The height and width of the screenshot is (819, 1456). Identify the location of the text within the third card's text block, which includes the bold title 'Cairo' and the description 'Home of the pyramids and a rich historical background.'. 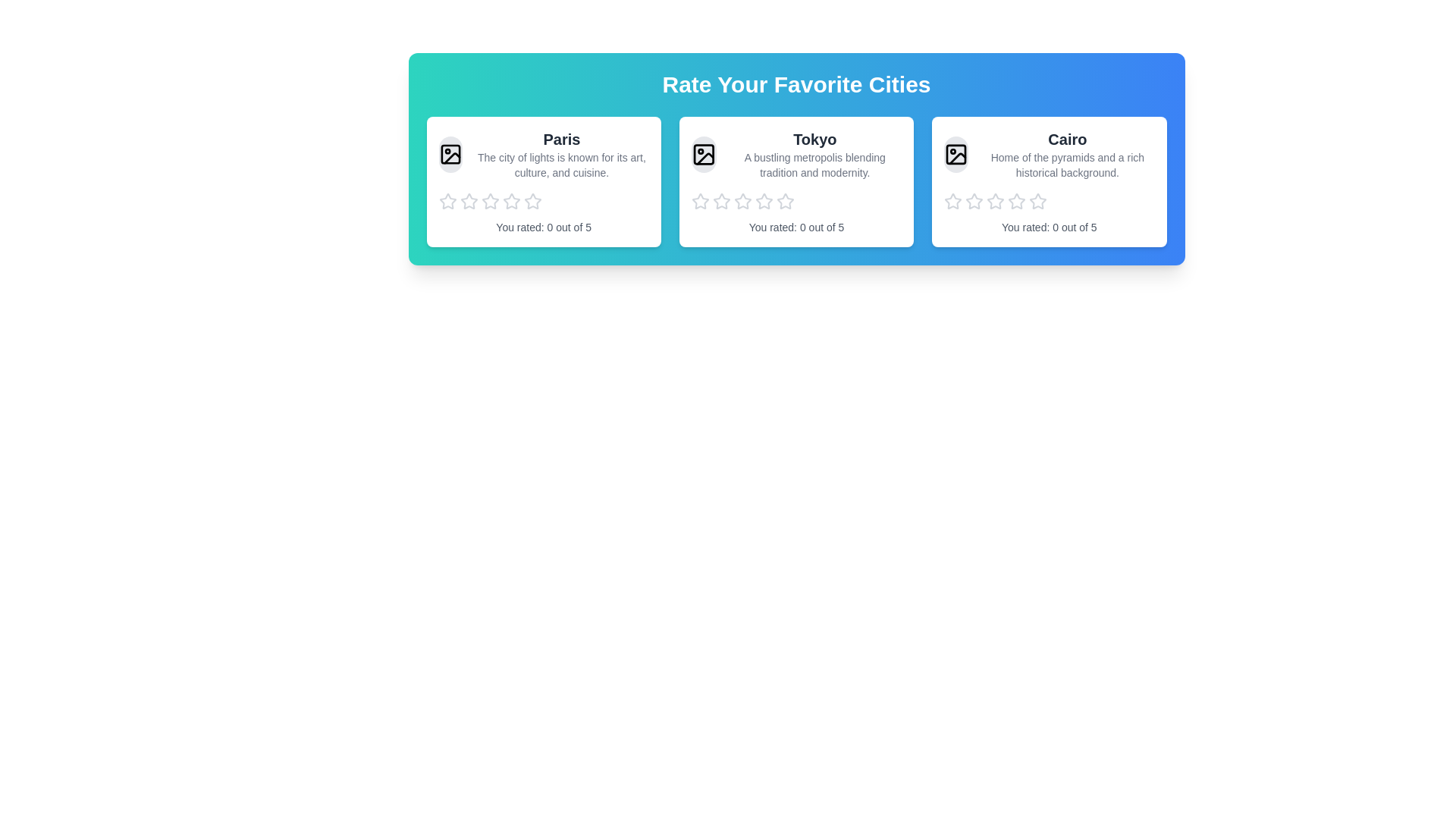
(1066, 155).